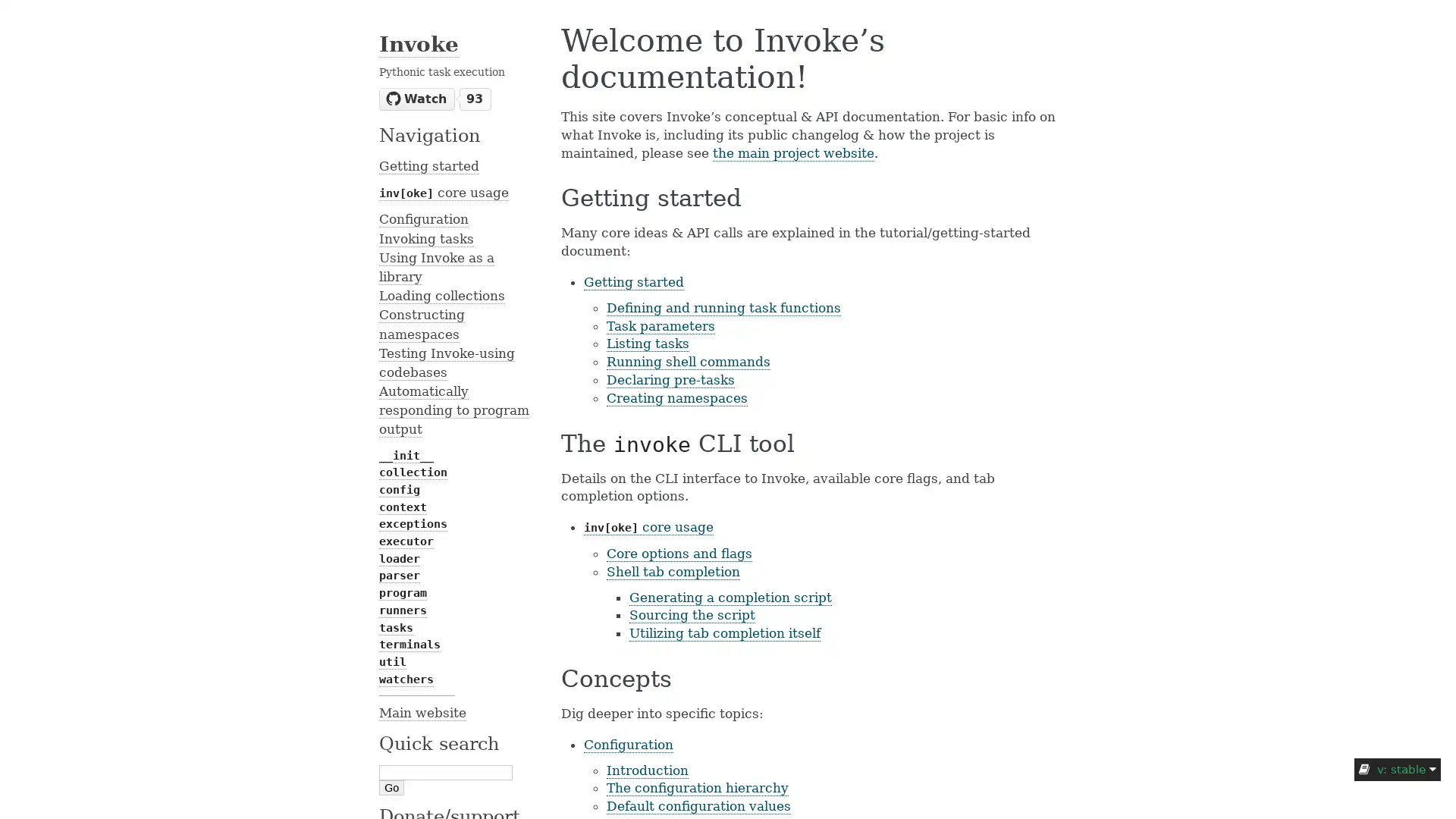 Image resolution: width=1456 pixels, height=819 pixels. I want to click on Go, so click(391, 786).